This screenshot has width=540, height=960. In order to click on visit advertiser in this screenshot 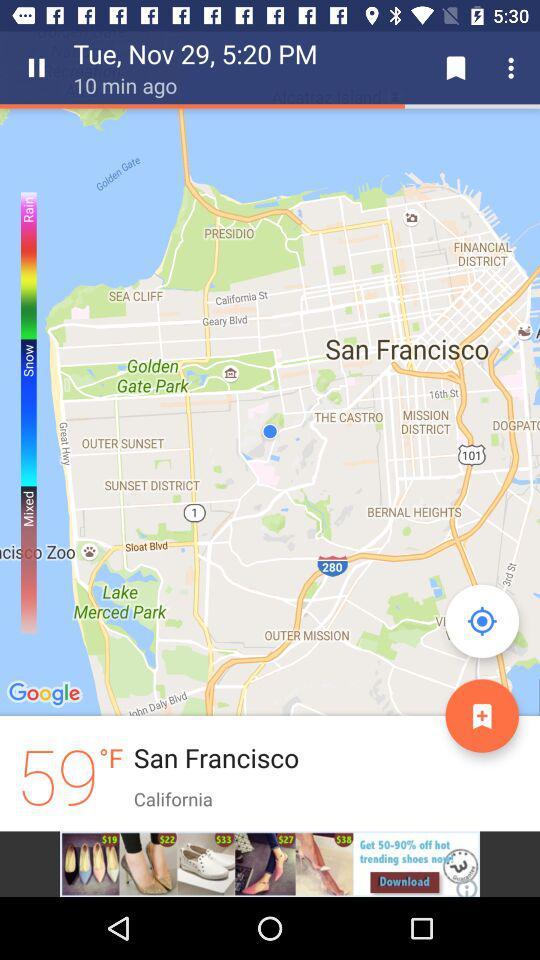, I will do `click(270, 863)`.